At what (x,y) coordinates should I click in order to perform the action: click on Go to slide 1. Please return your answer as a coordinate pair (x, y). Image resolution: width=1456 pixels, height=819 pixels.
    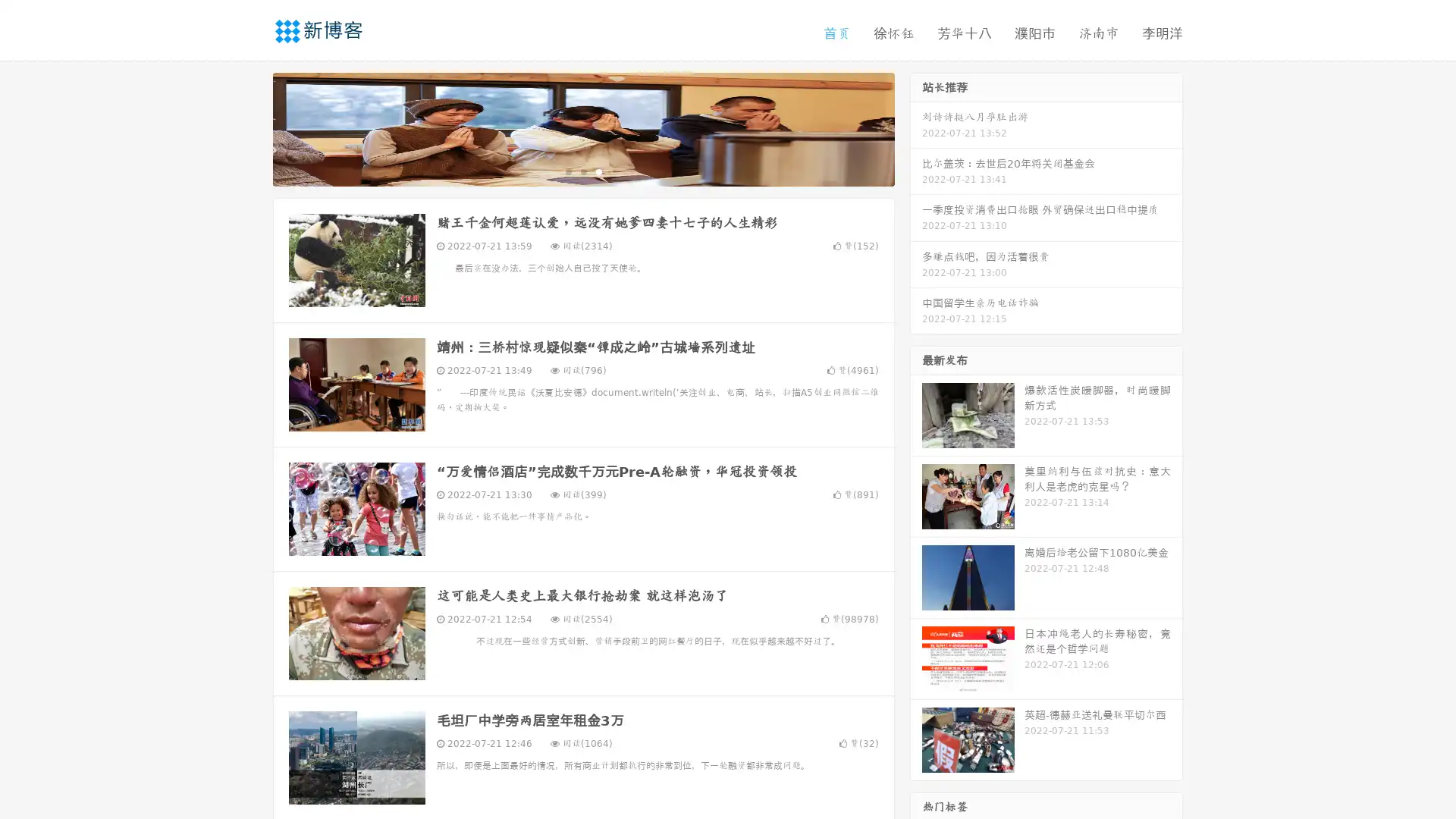
    Looking at the image, I should click on (567, 171).